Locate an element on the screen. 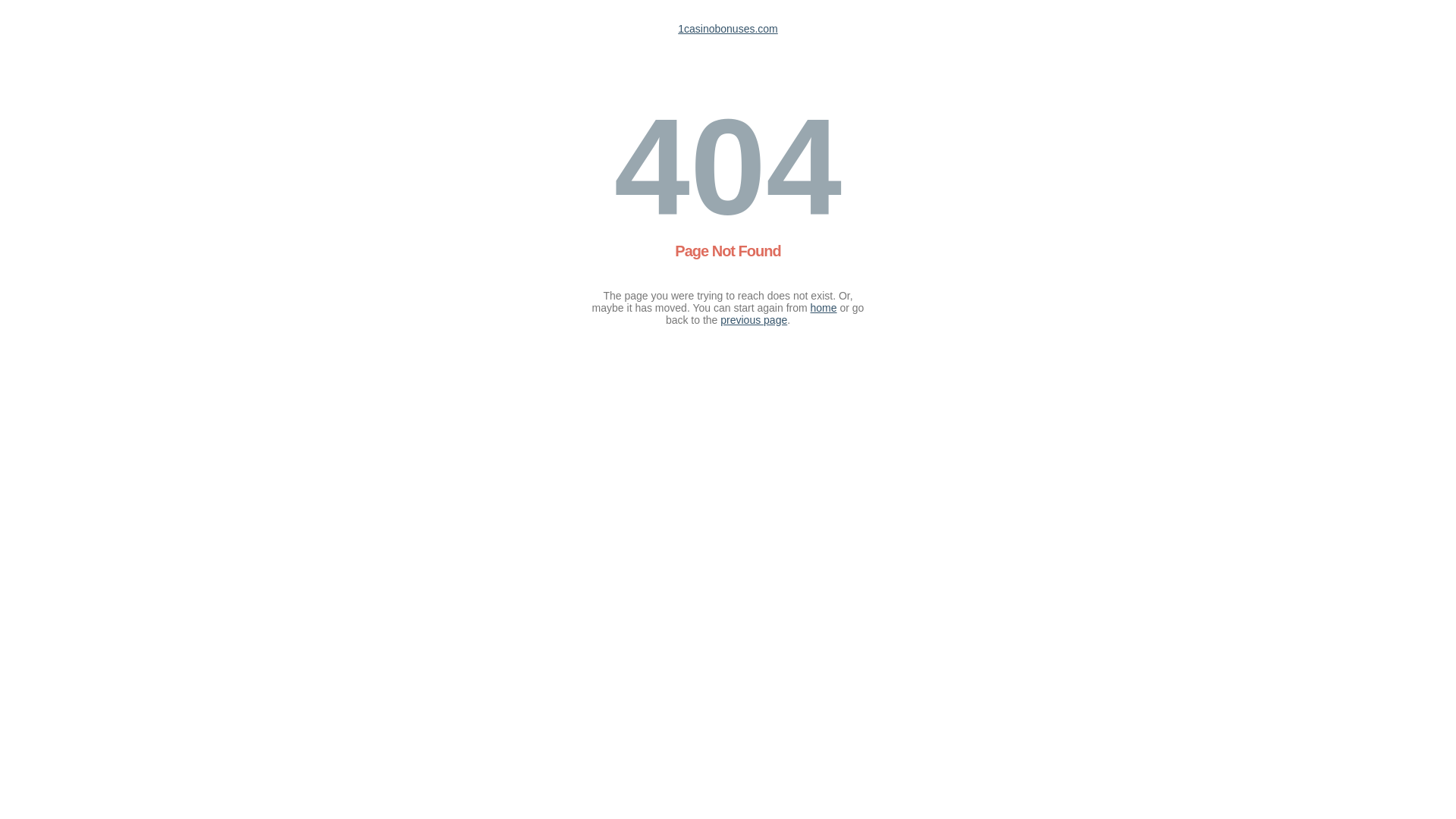 This screenshot has width=1456, height=819. '1casinobonuses.com' is located at coordinates (728, 29).